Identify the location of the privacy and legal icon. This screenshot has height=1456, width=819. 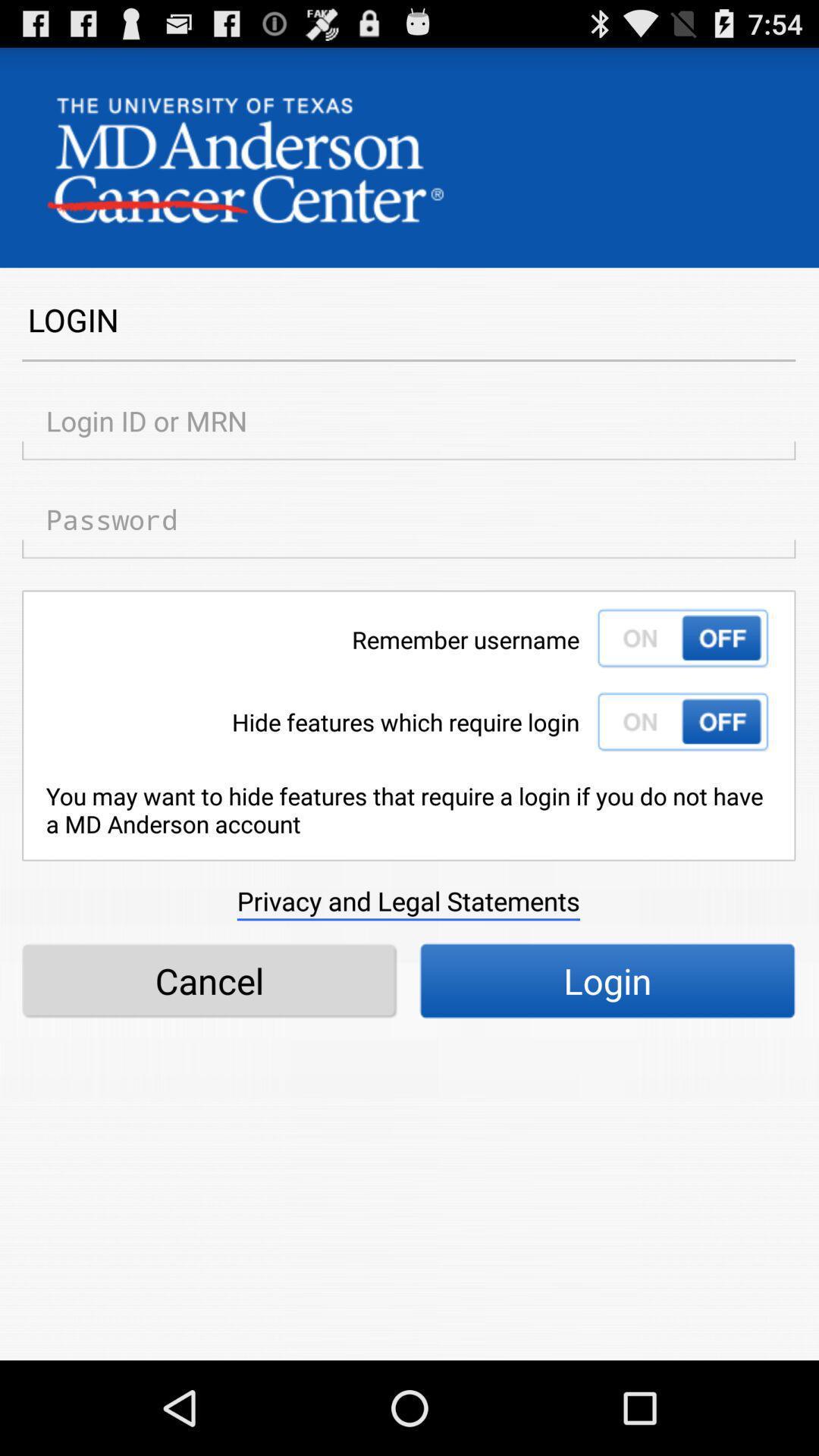
(407, 901).